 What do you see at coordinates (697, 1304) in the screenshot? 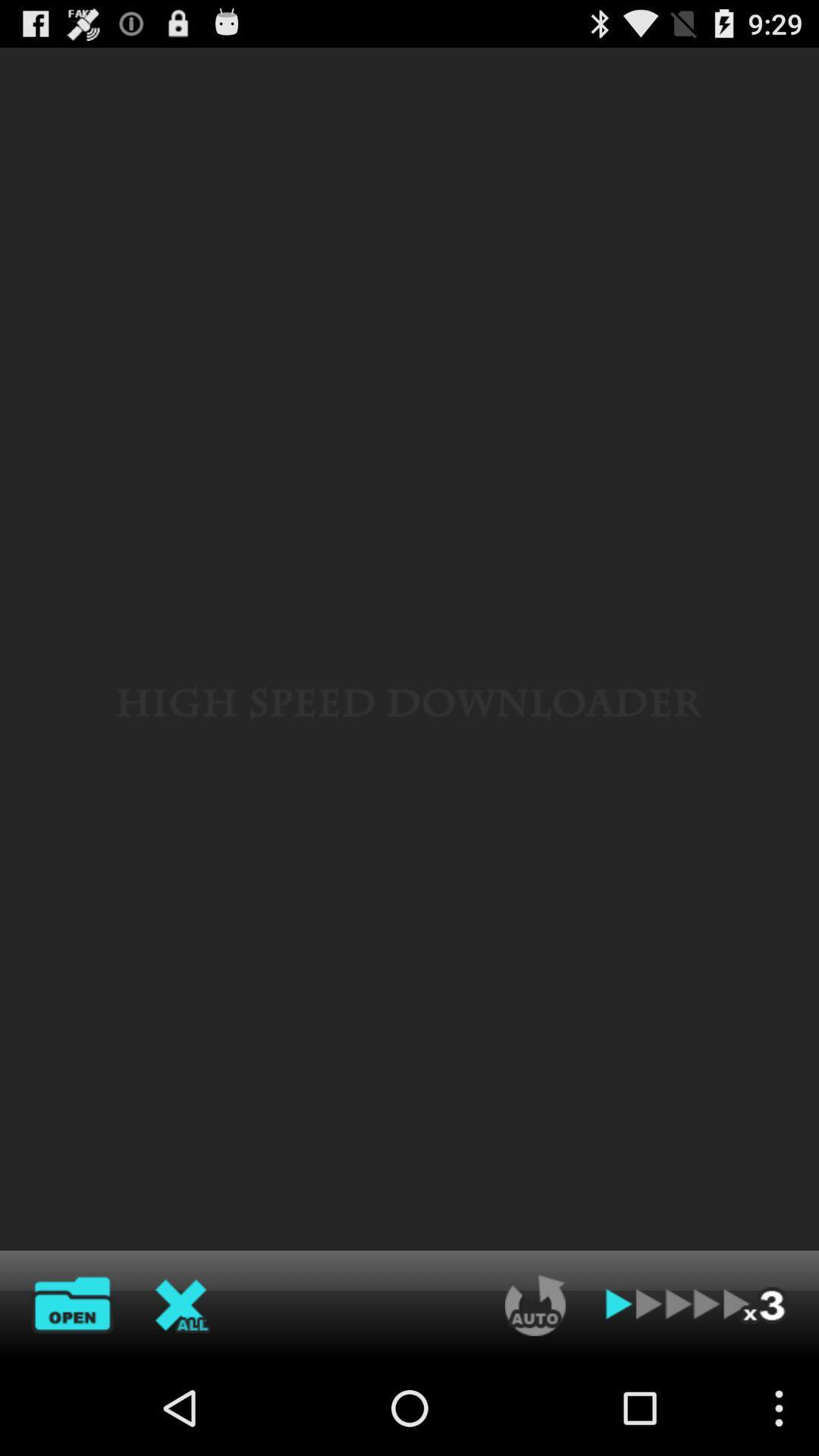
I see `forward one more` at bounding box center [697, 1304].